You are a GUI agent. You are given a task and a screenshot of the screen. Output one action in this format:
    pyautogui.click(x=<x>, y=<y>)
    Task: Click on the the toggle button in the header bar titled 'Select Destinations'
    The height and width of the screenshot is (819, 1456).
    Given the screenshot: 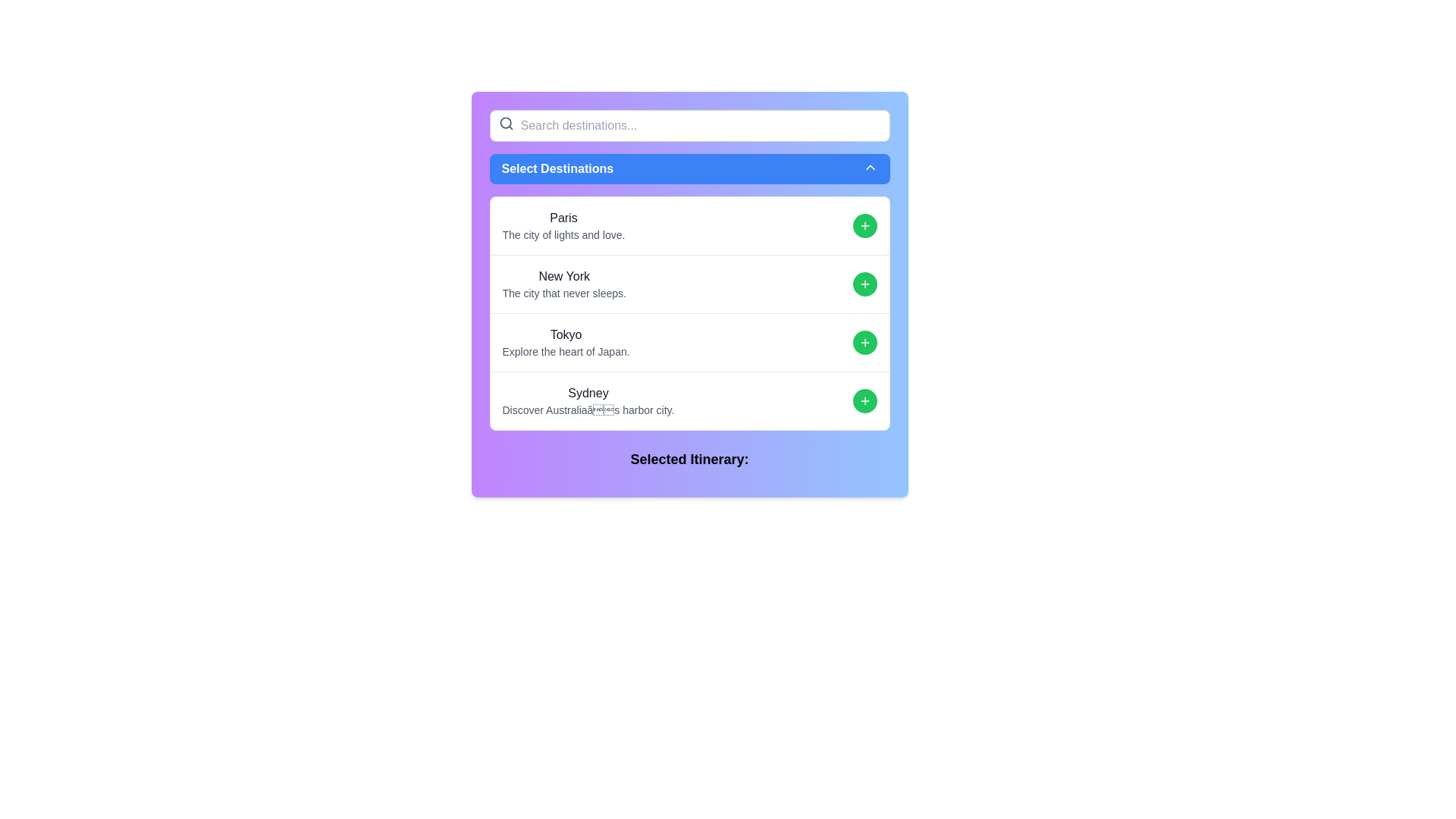 What is the action you would take?
    pyautogui.click(x=870, y=167)
    